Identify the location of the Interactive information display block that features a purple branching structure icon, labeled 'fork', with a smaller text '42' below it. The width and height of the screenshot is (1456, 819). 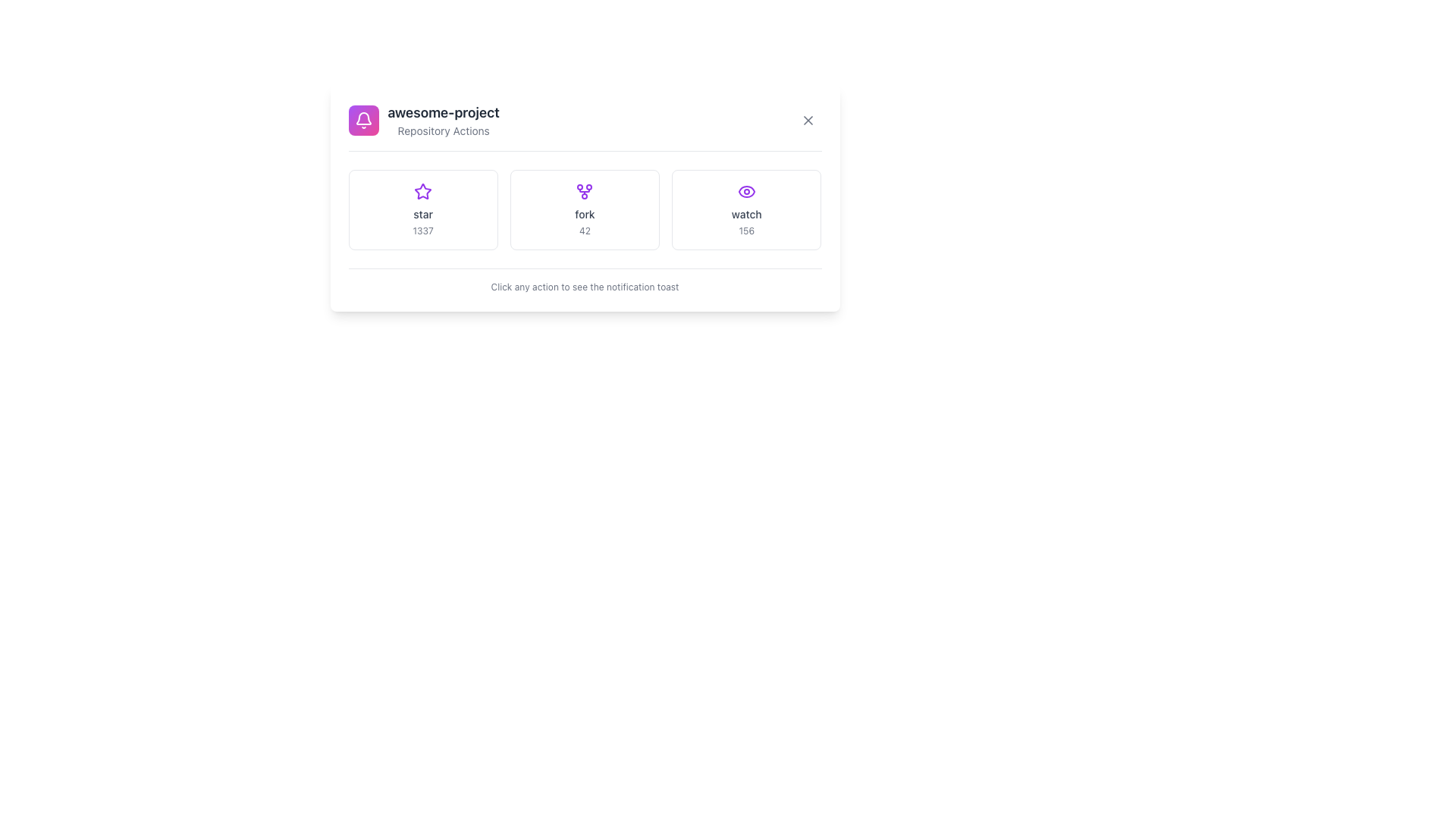
(584, 210).